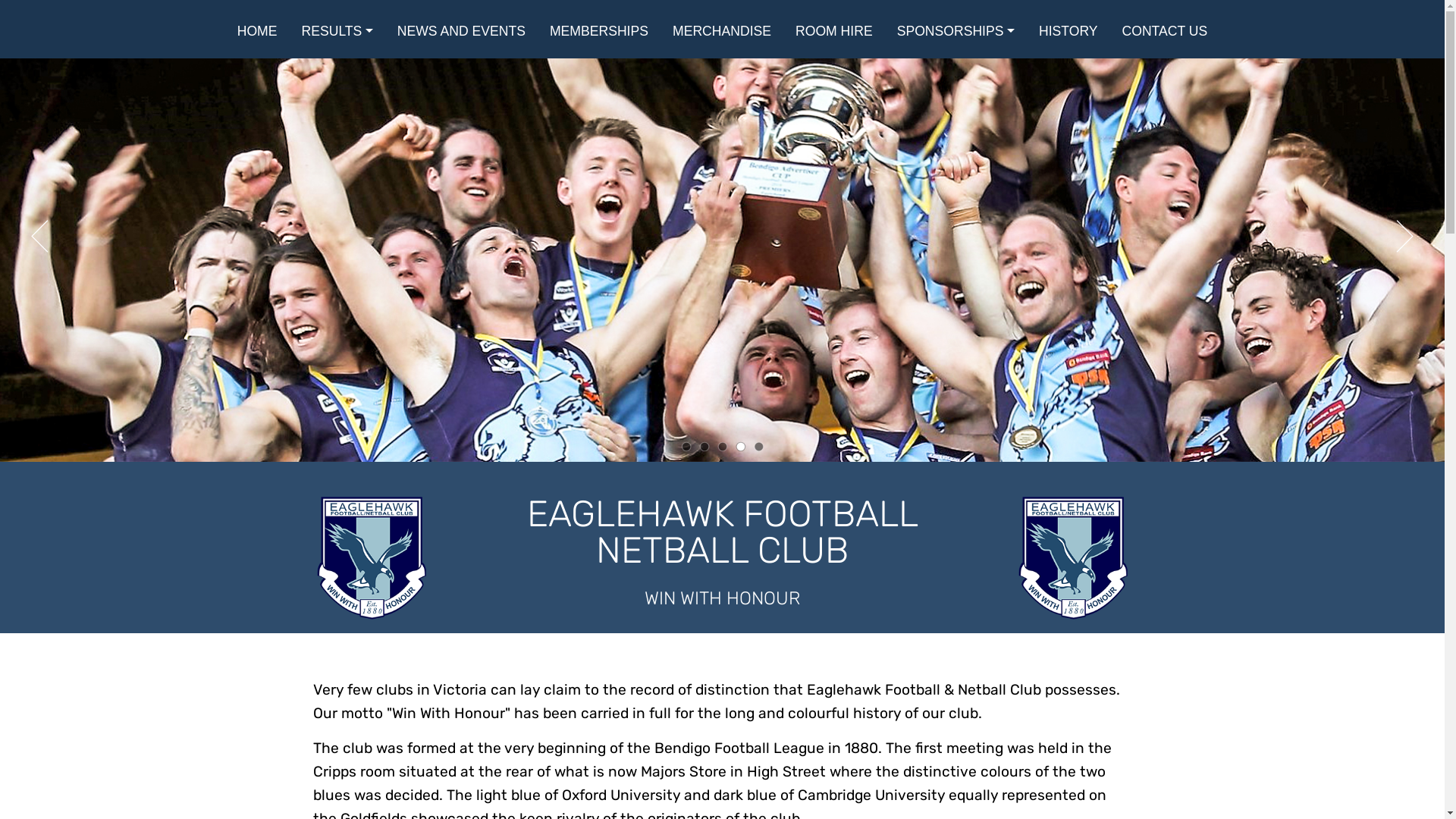 The width and height of the screenshot is (1456, 819). What do you see at coordinates (783, 31) in the screenshot?
I see `'ROOM HIRE'` at bounding box center [783, 31].